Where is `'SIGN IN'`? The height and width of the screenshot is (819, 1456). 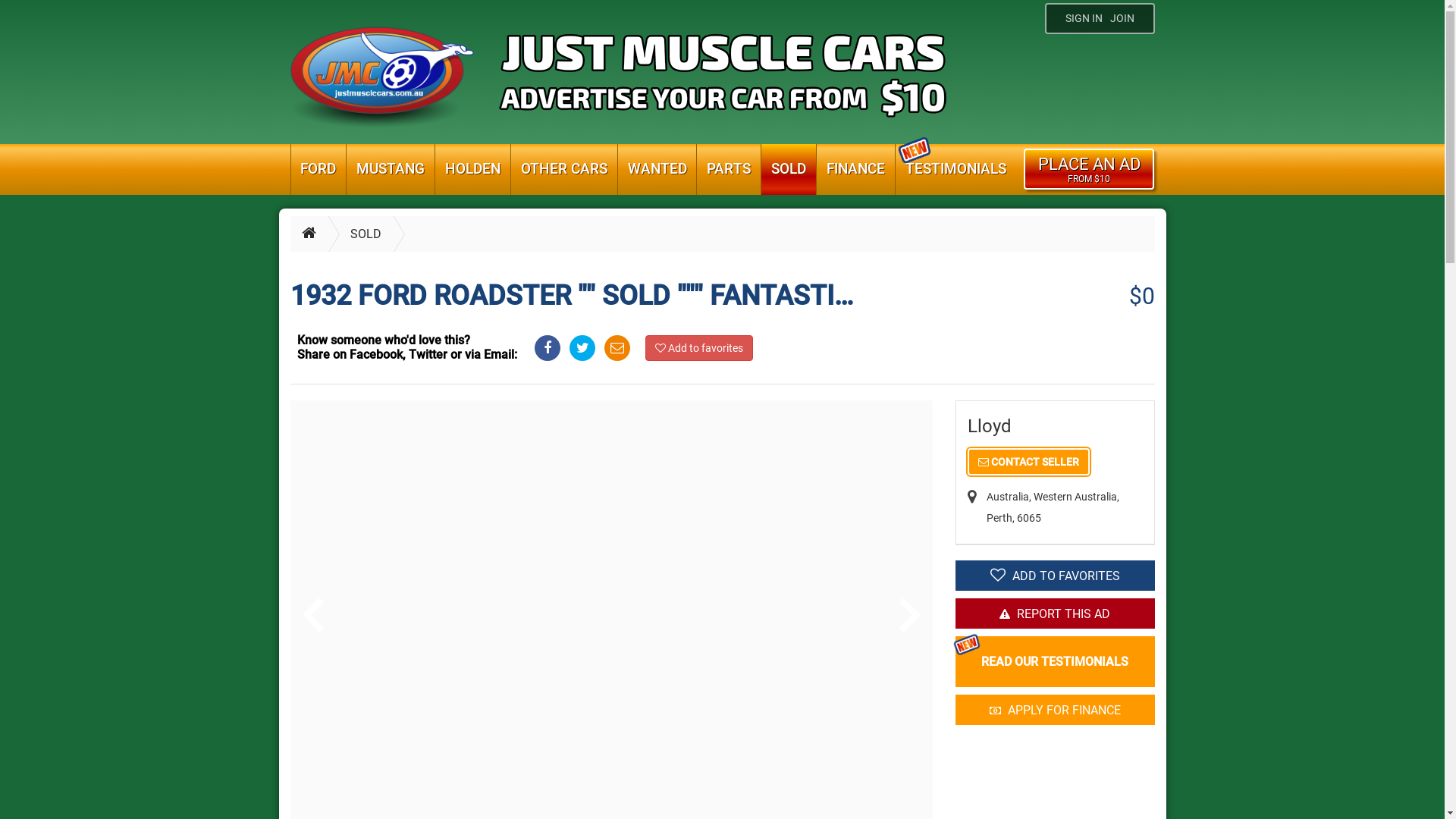
'SIGN IN' is located at coordinates (1082, 18).